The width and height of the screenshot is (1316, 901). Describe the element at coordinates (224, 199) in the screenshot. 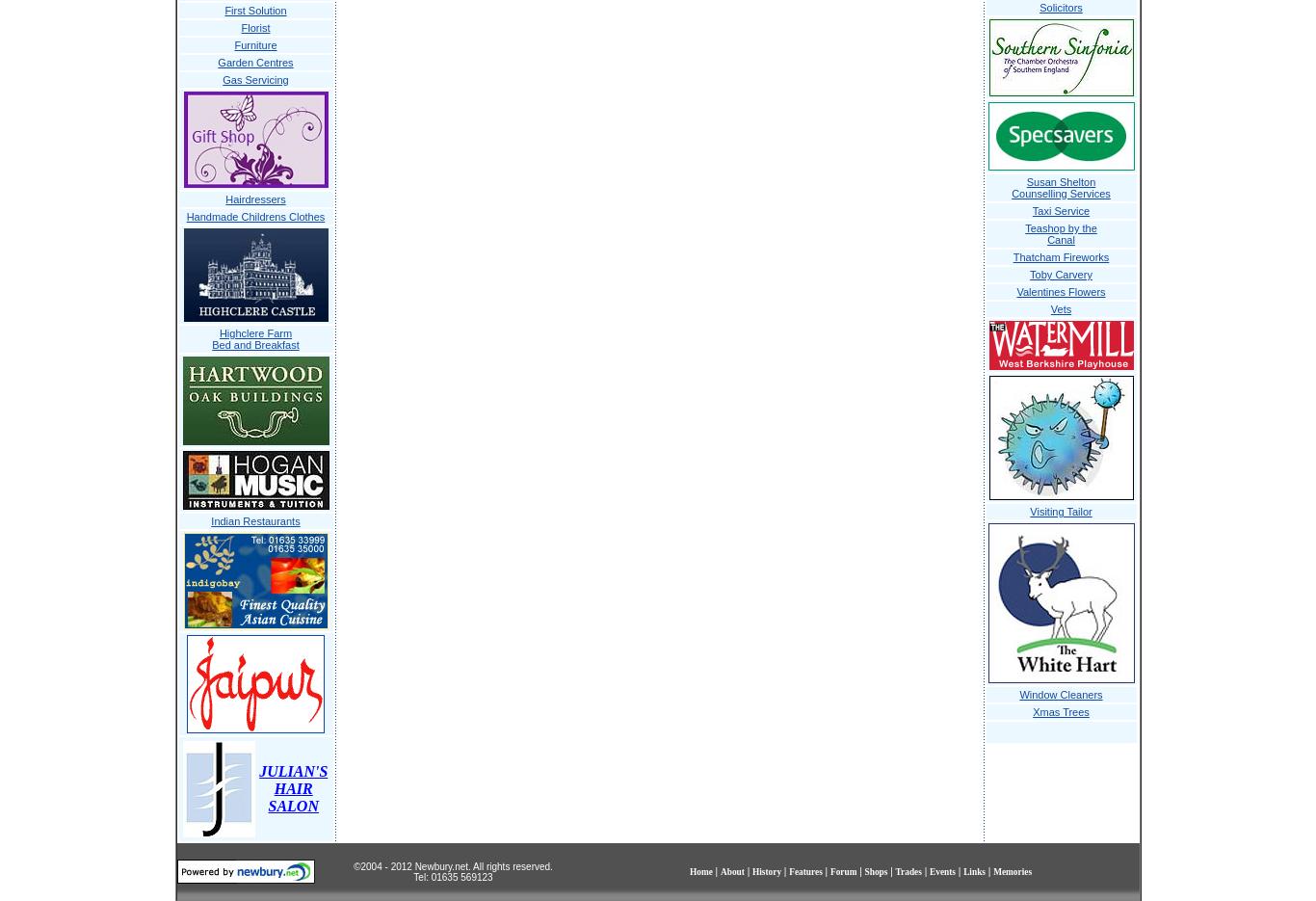

I see `'Hairdressers'` at that location.